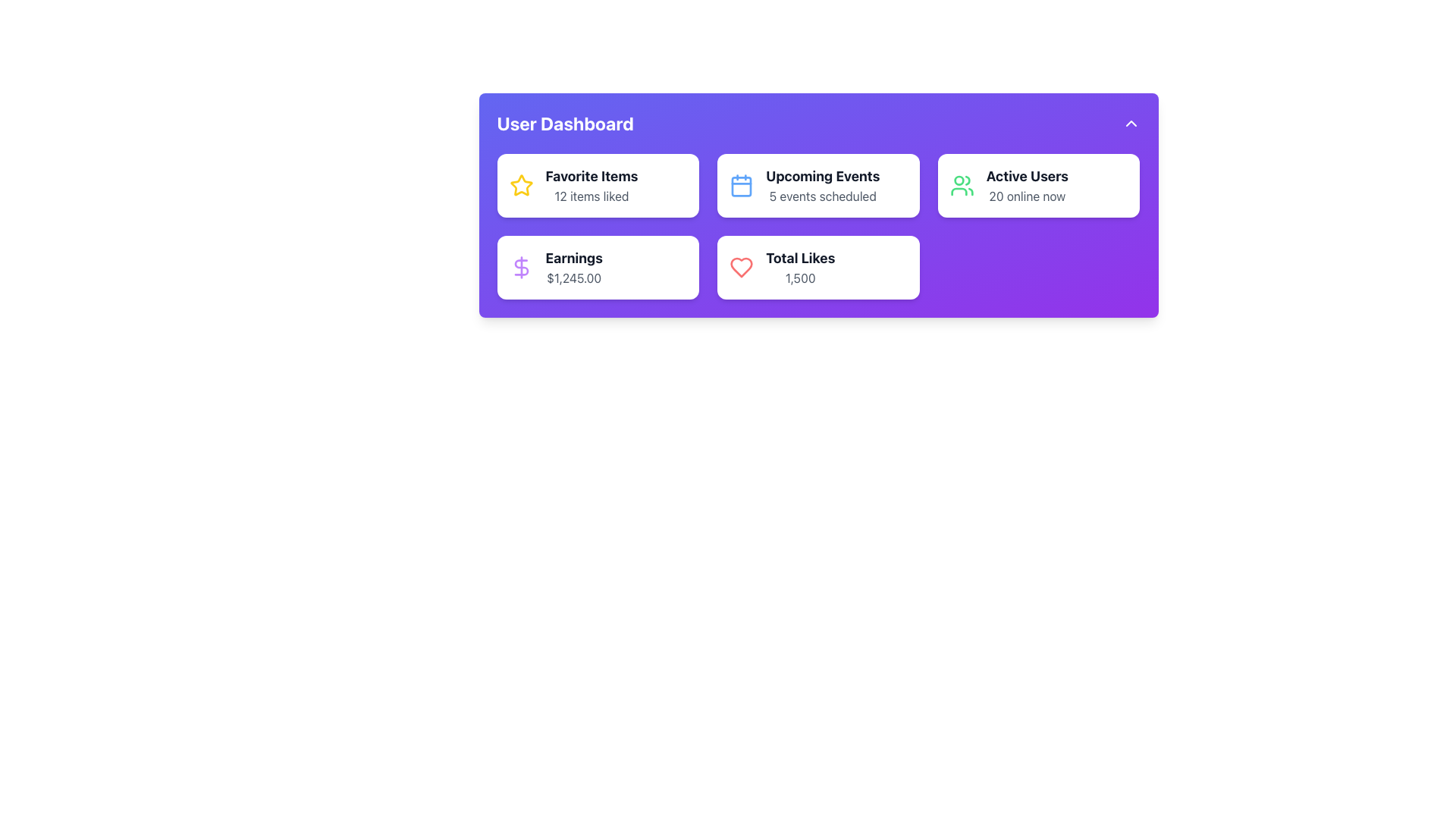 Image resolution: width=1456 pixels, height=819 pixels. What do you see at coordinates (822, 195) in the screenshot?
I see `the label that provides additional information about the number of scheduled events for the 'Upcoming Events' section, located below the heading 'Upcoming Events' in the second card from the left in the top row of the user dashboard` at bounding box center [822, 195].